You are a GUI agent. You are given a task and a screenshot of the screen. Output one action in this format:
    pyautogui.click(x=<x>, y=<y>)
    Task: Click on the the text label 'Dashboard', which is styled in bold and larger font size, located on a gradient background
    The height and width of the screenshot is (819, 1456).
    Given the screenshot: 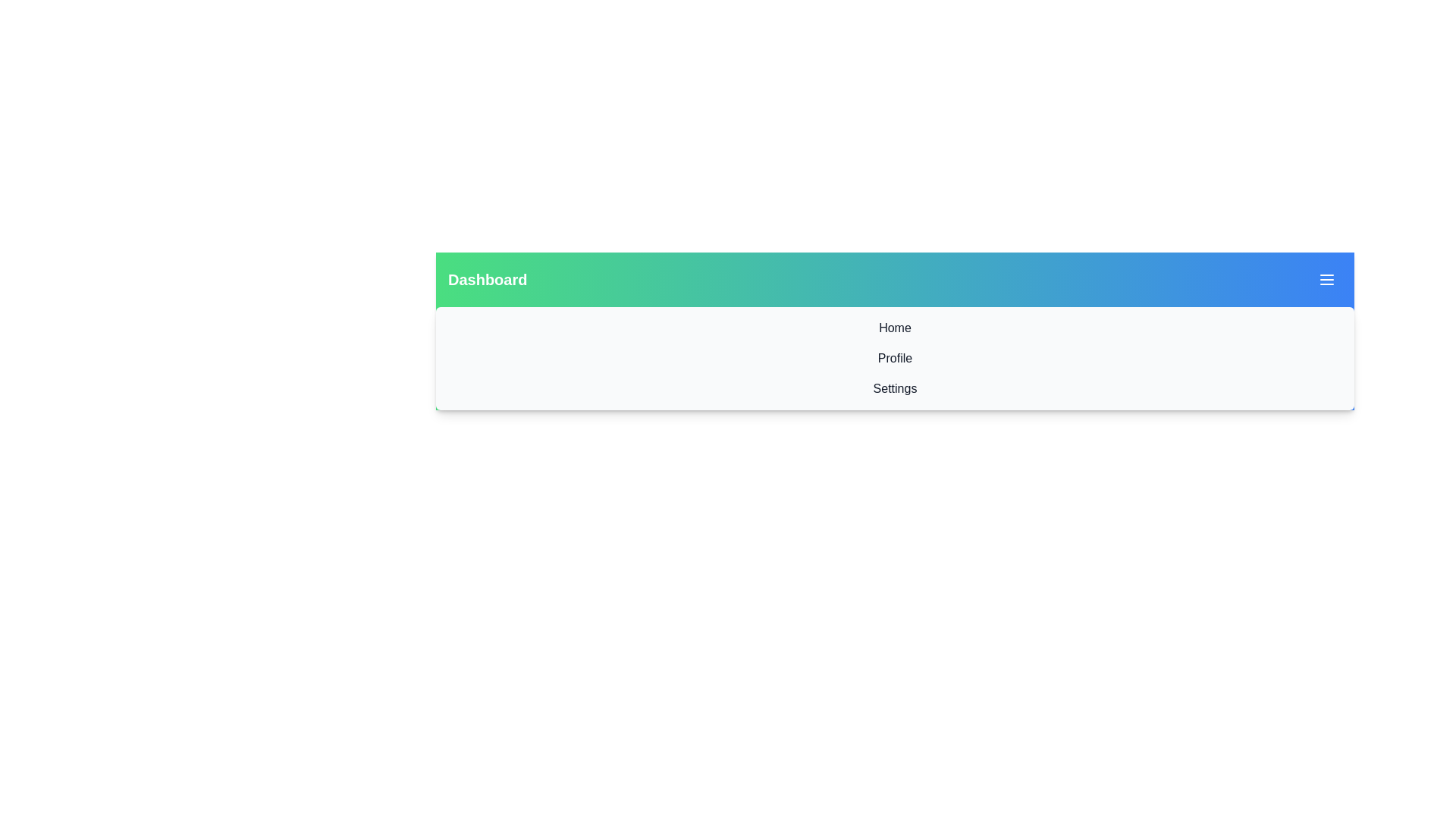 What is the action you would take?
    pyautogui.click(x=488, y=280)
    